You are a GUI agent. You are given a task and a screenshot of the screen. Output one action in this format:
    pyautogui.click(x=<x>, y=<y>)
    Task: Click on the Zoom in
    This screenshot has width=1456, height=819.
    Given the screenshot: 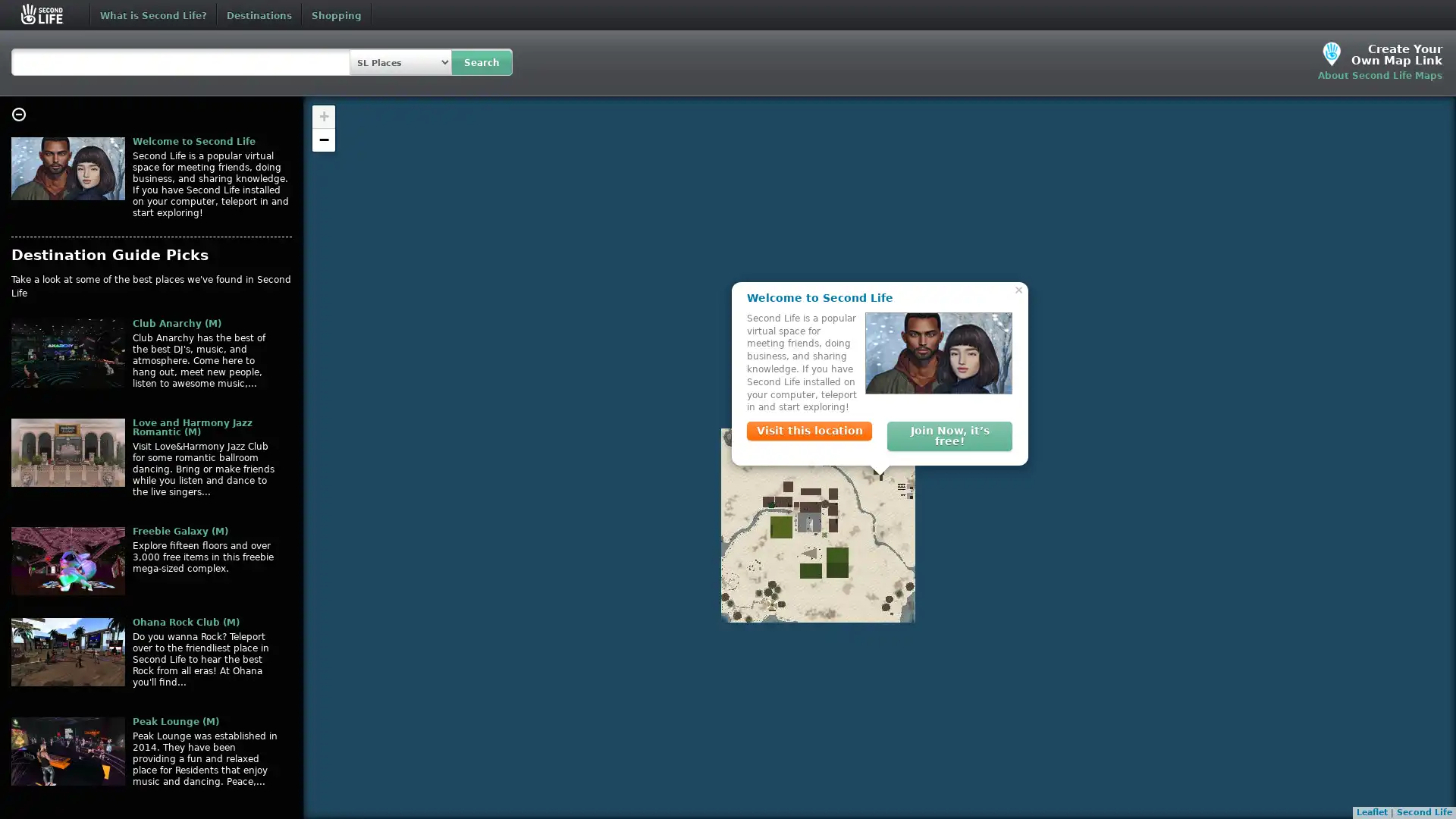 What is the action you would take?
    pyautogui.click(x=323, y=116)
    